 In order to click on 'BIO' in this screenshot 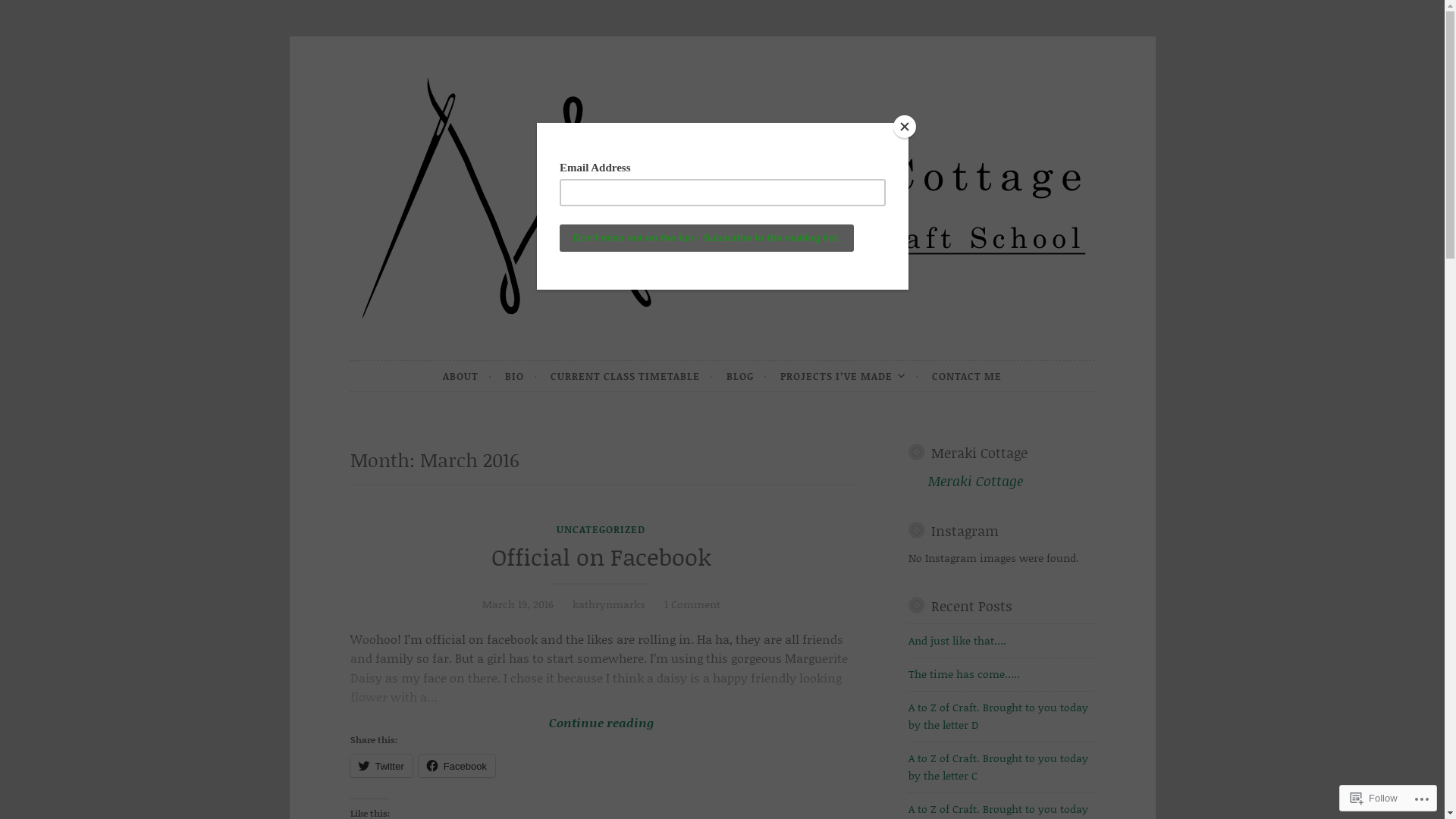, I will do `click(505, 375)`.